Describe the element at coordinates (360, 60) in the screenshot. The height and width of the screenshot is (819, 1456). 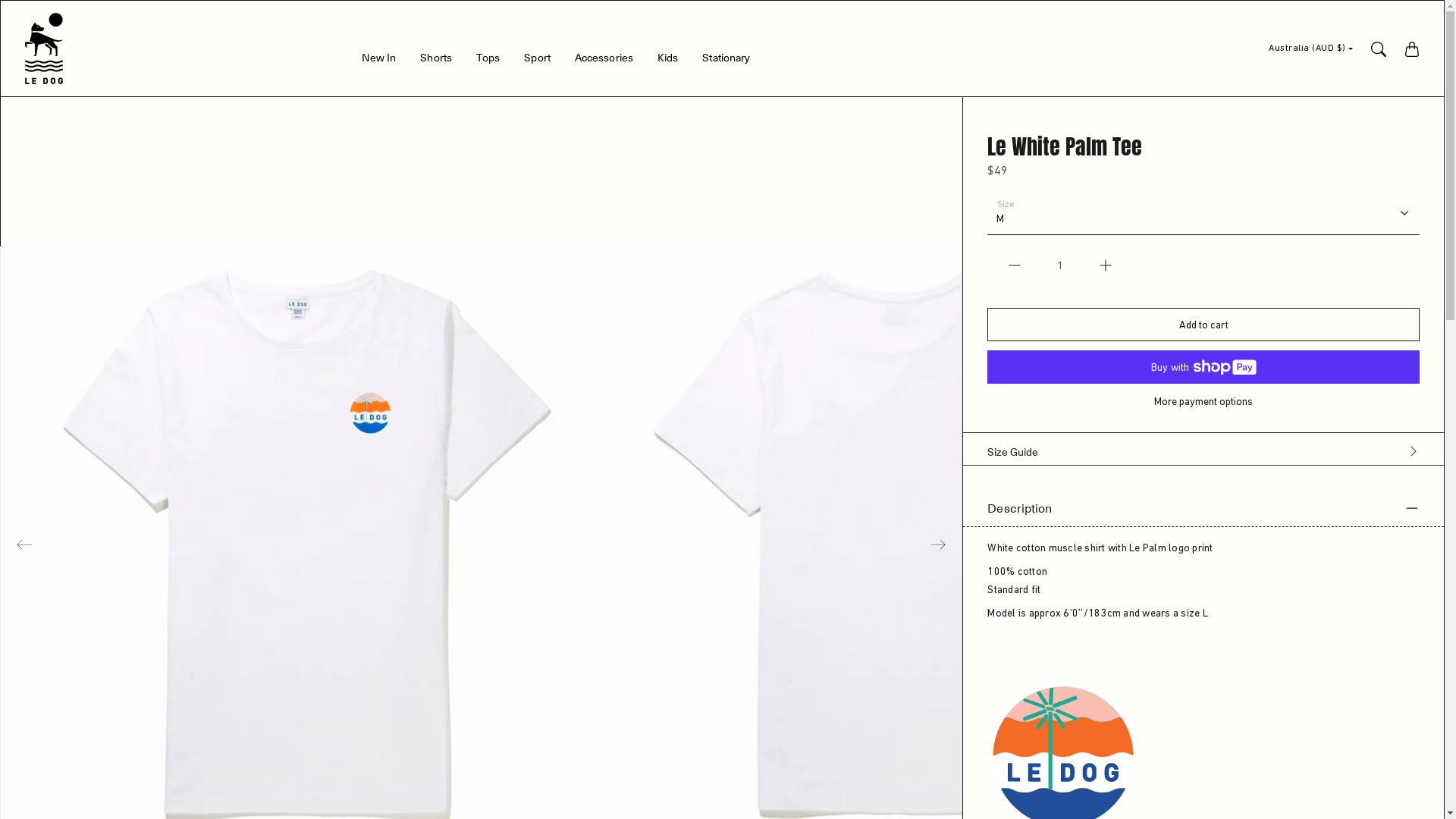
I see `'New In'` at that location.